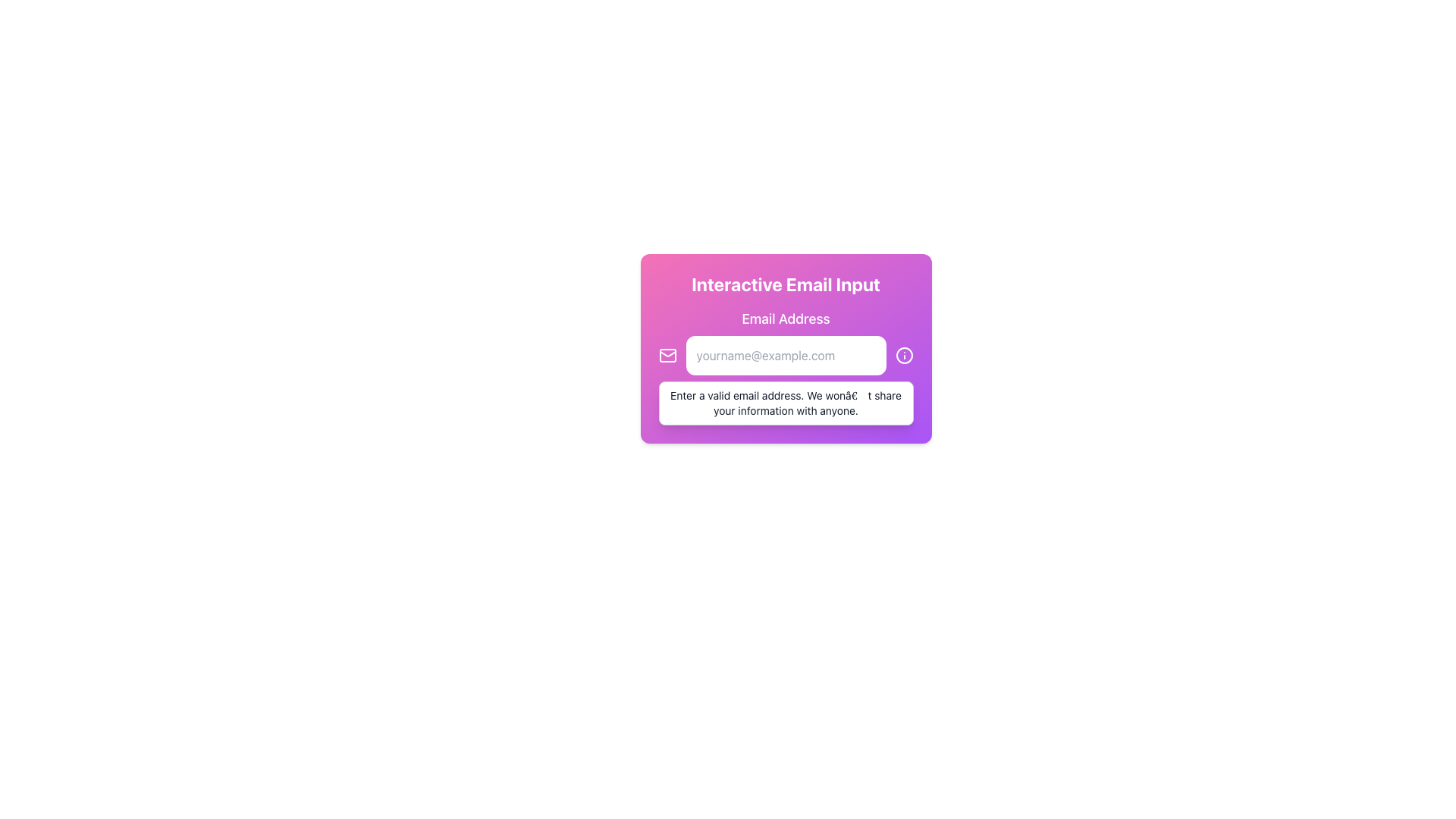 The height and width of the screenshot is (819, 1456). I want to click on the text label that instructs users to 'Enter a valid email address. We won’t share your information with anyone.' This label is centrally aligned below the email input field, so click(786, 403).